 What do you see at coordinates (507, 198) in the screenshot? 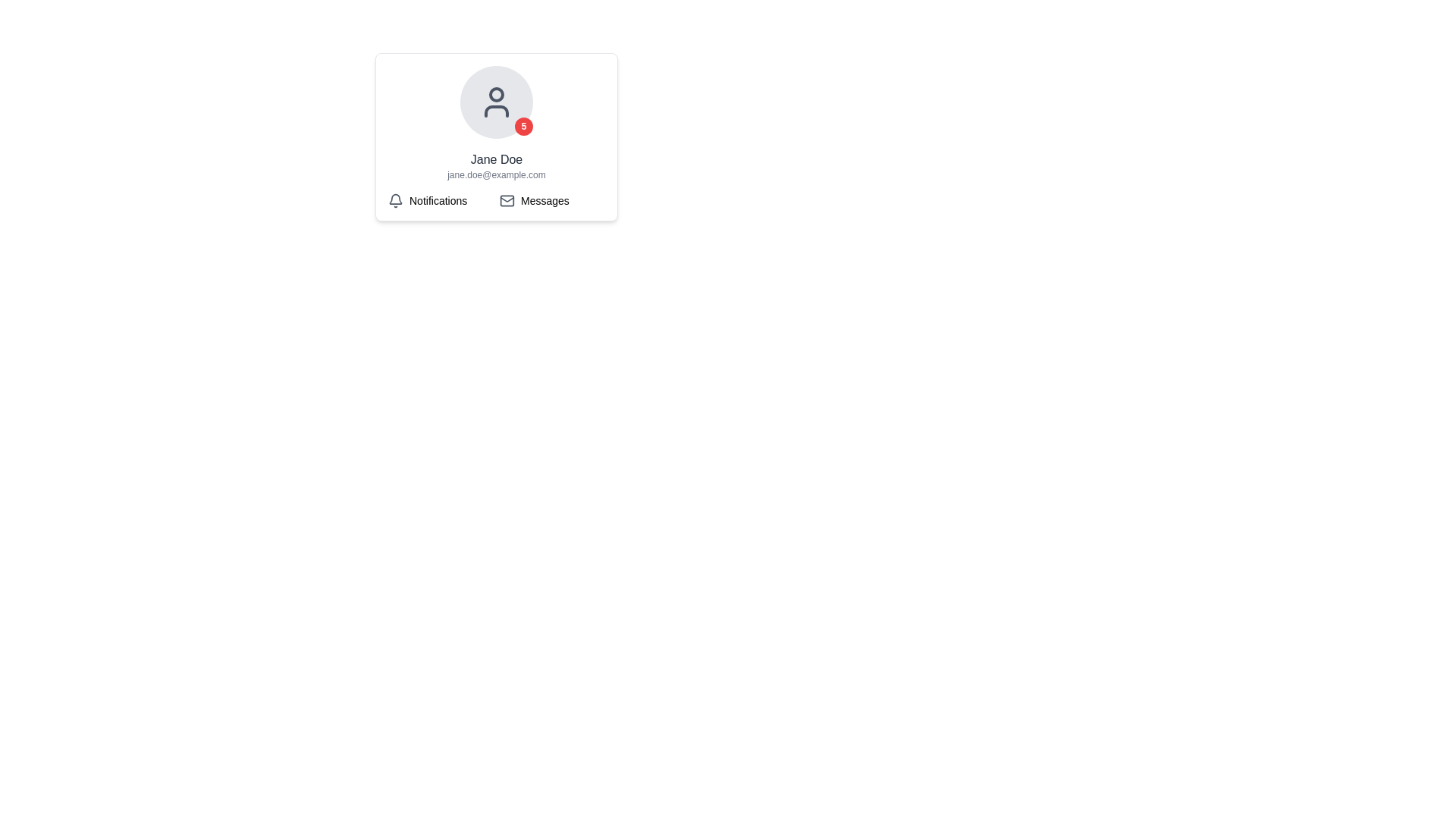
I see `the thin, dark-colored, V-shaped line forming the lower part of the envelope icon located at the top-right corner of the central profile card` at bounding box center [507, 198].